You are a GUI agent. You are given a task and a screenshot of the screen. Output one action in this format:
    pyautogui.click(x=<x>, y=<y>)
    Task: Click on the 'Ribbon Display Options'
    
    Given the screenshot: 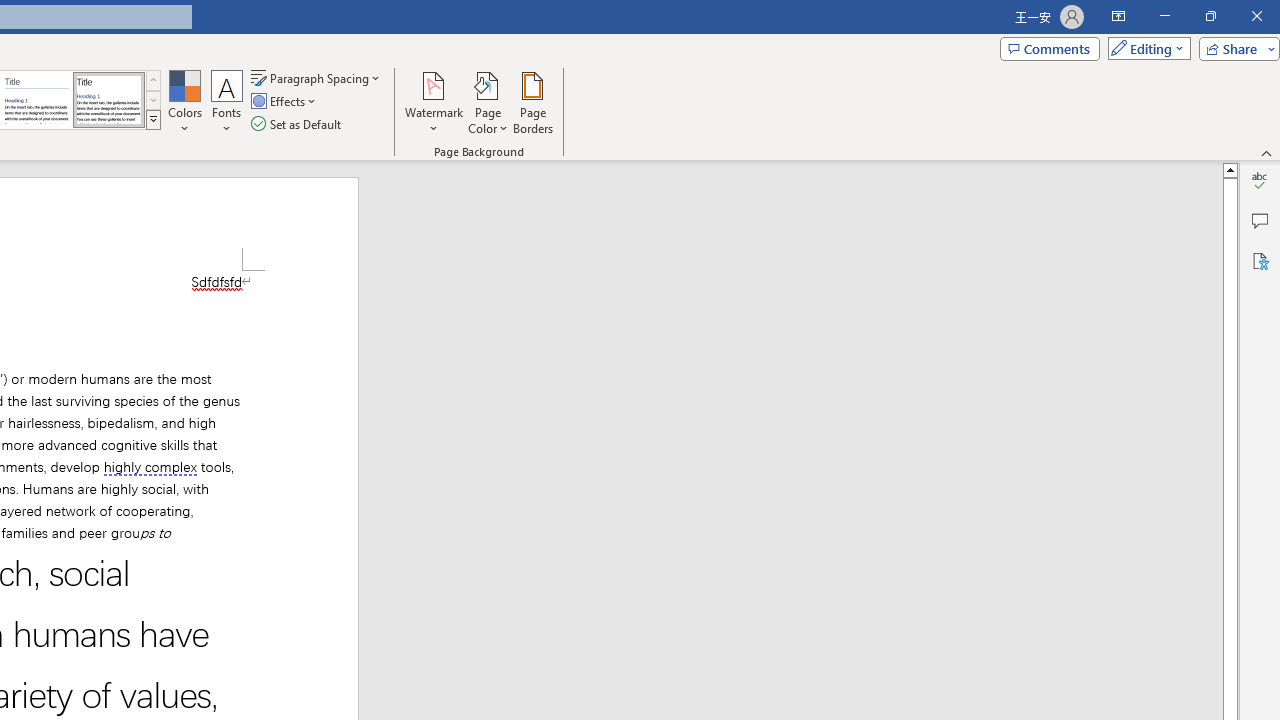 What is the action you would take?
    pyautogui.click(x=1117, y=16)
    